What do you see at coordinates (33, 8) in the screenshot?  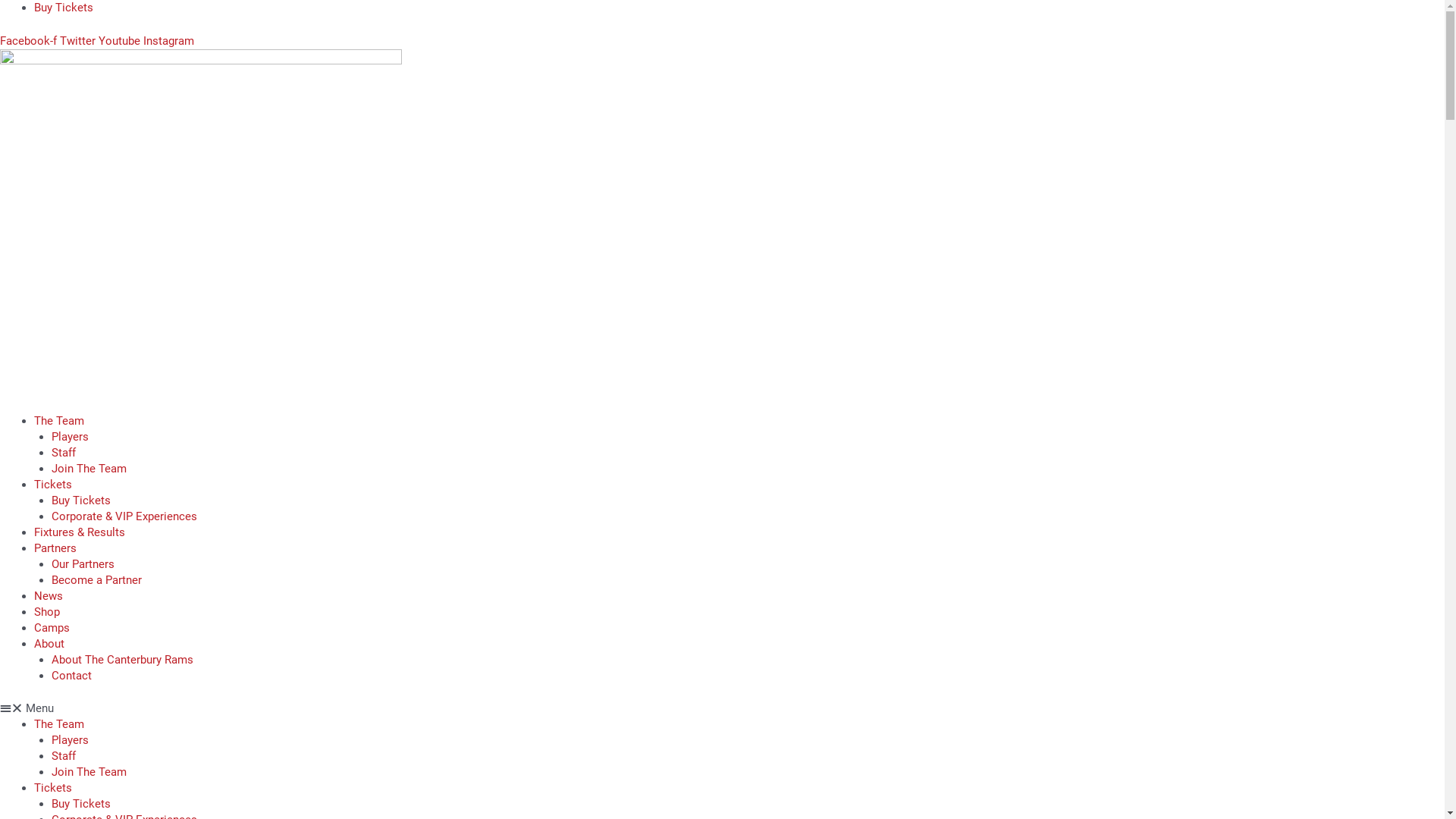 I see `'Buy Tickets'` at bounding box center [33, 8].